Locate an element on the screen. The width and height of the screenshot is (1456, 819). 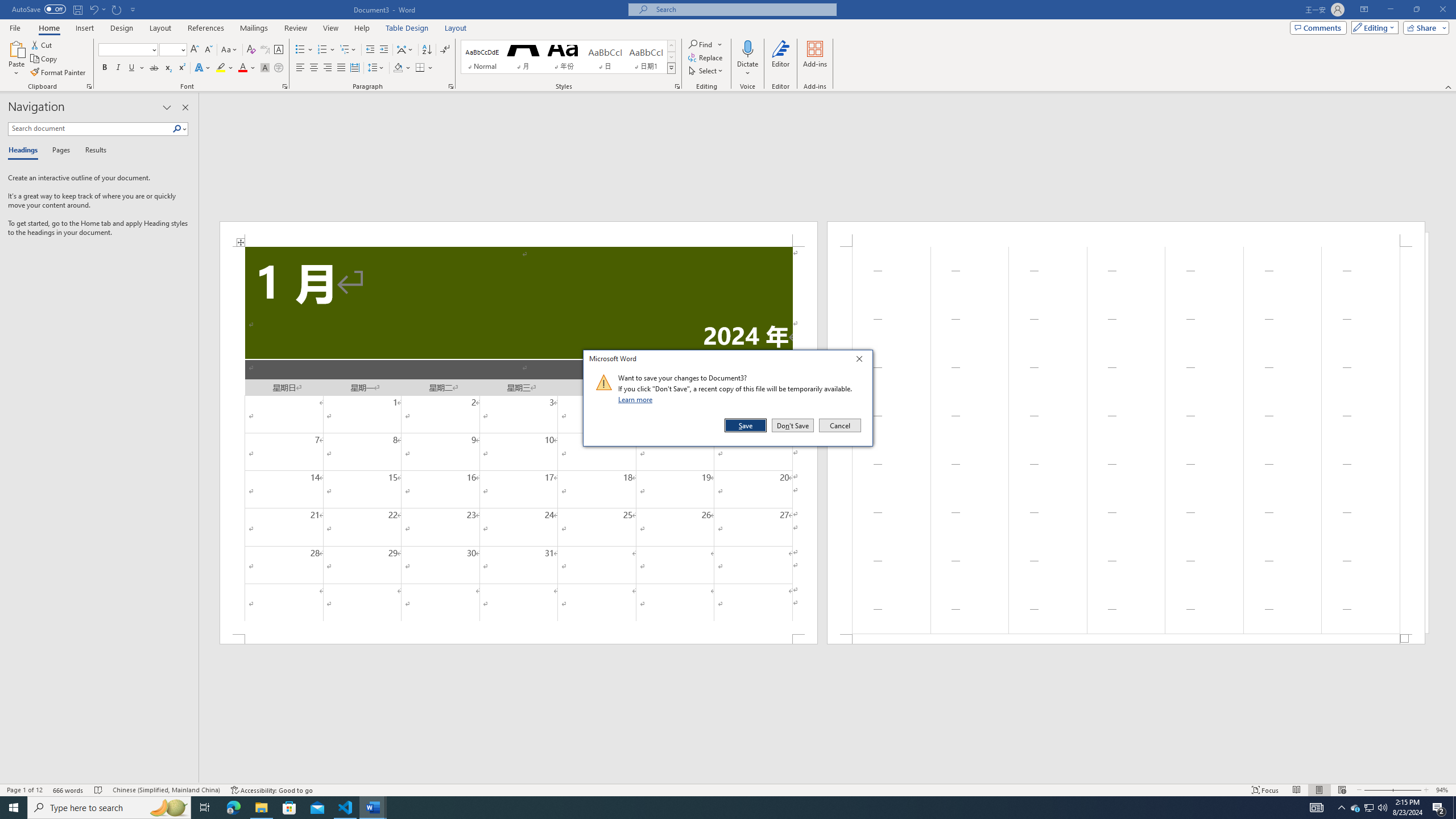
'Zoom Out' is located at coordinates (1377, 790).